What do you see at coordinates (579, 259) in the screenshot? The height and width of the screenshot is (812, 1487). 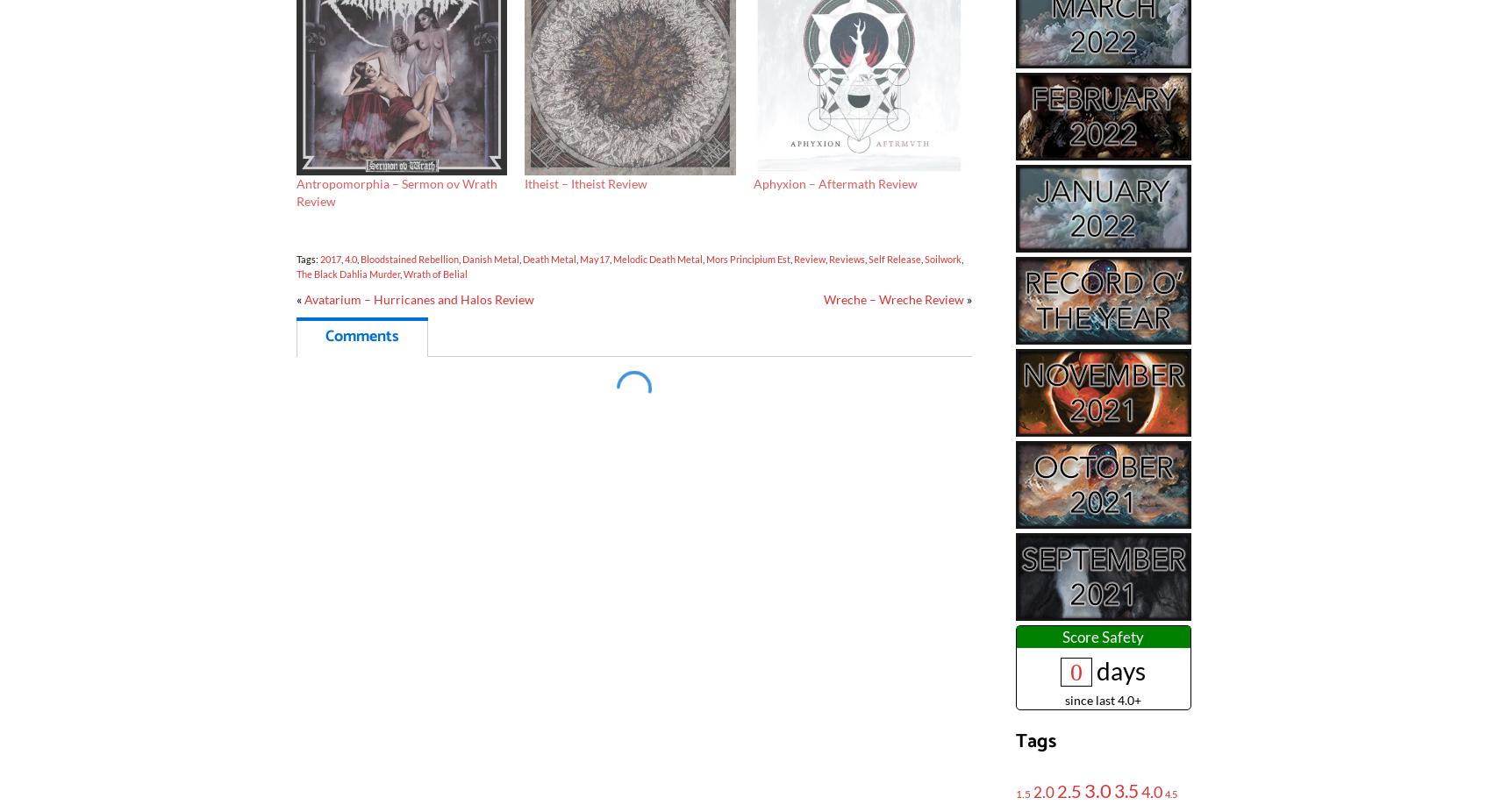 I see `'May17'` at bounding box center [579, 259].